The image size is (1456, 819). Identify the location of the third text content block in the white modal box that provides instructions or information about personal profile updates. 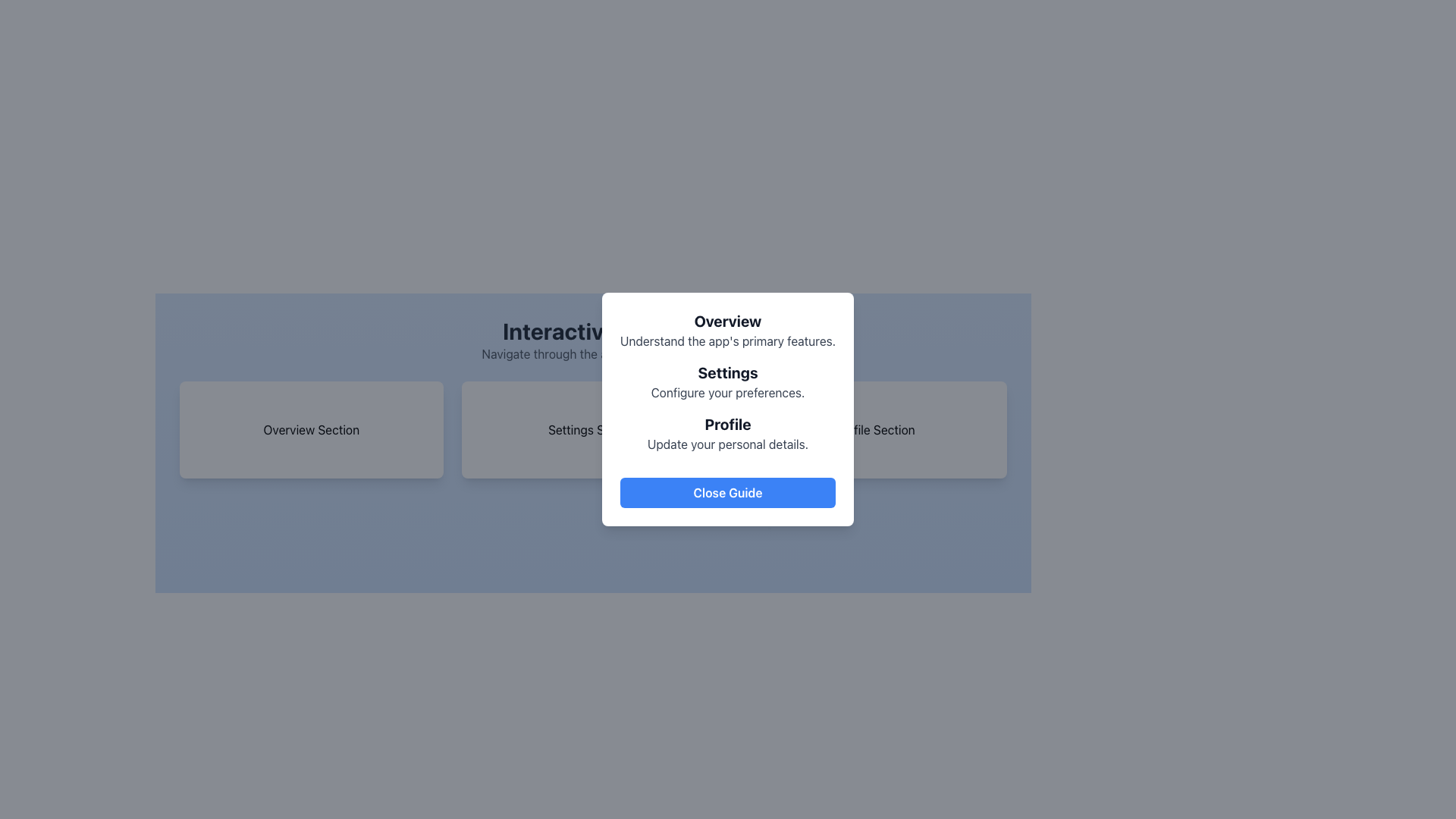
(728, 433).